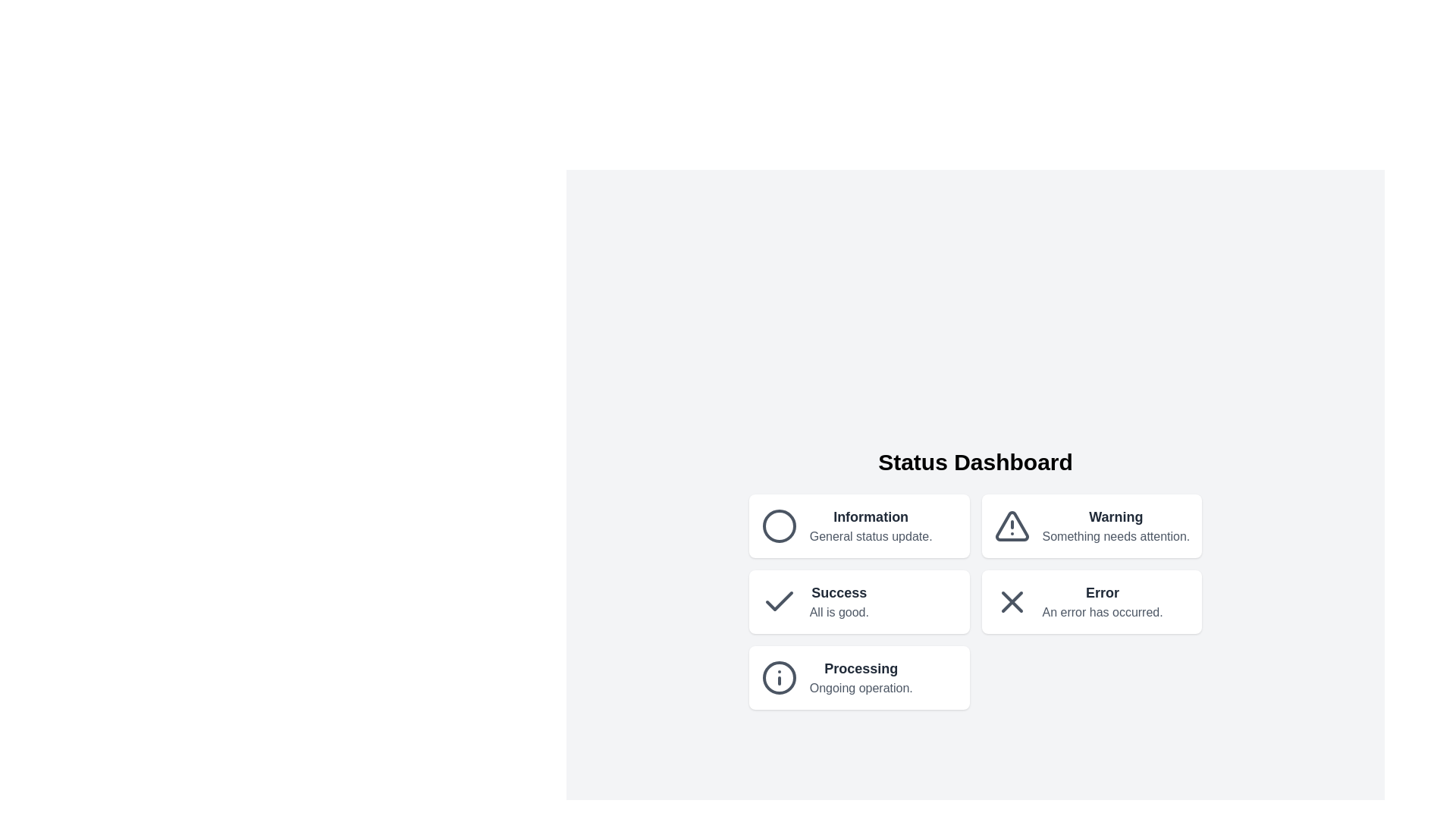  Describe the element at coordinates (1092, 526) in the screenshot. I see `the second card in the first row of the grid layout, which contains a warning triangle icon and the title 'Warning' in bold, indicating that 'Something needs attention.'` at that location.